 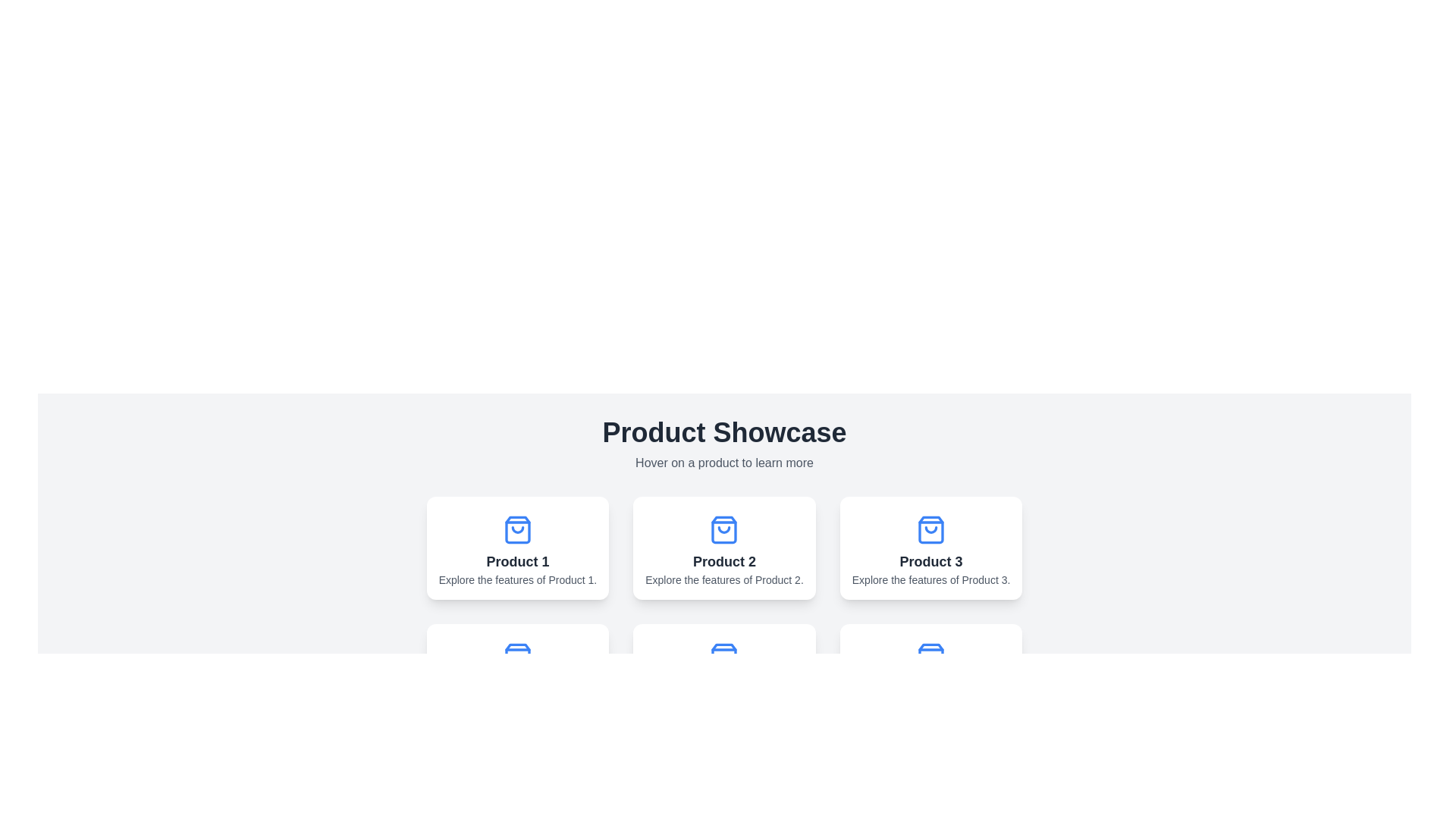 I want to click on the text 'Product 1' on the product card in the top-left corner of the grid layout, so click(x=517, y=548).